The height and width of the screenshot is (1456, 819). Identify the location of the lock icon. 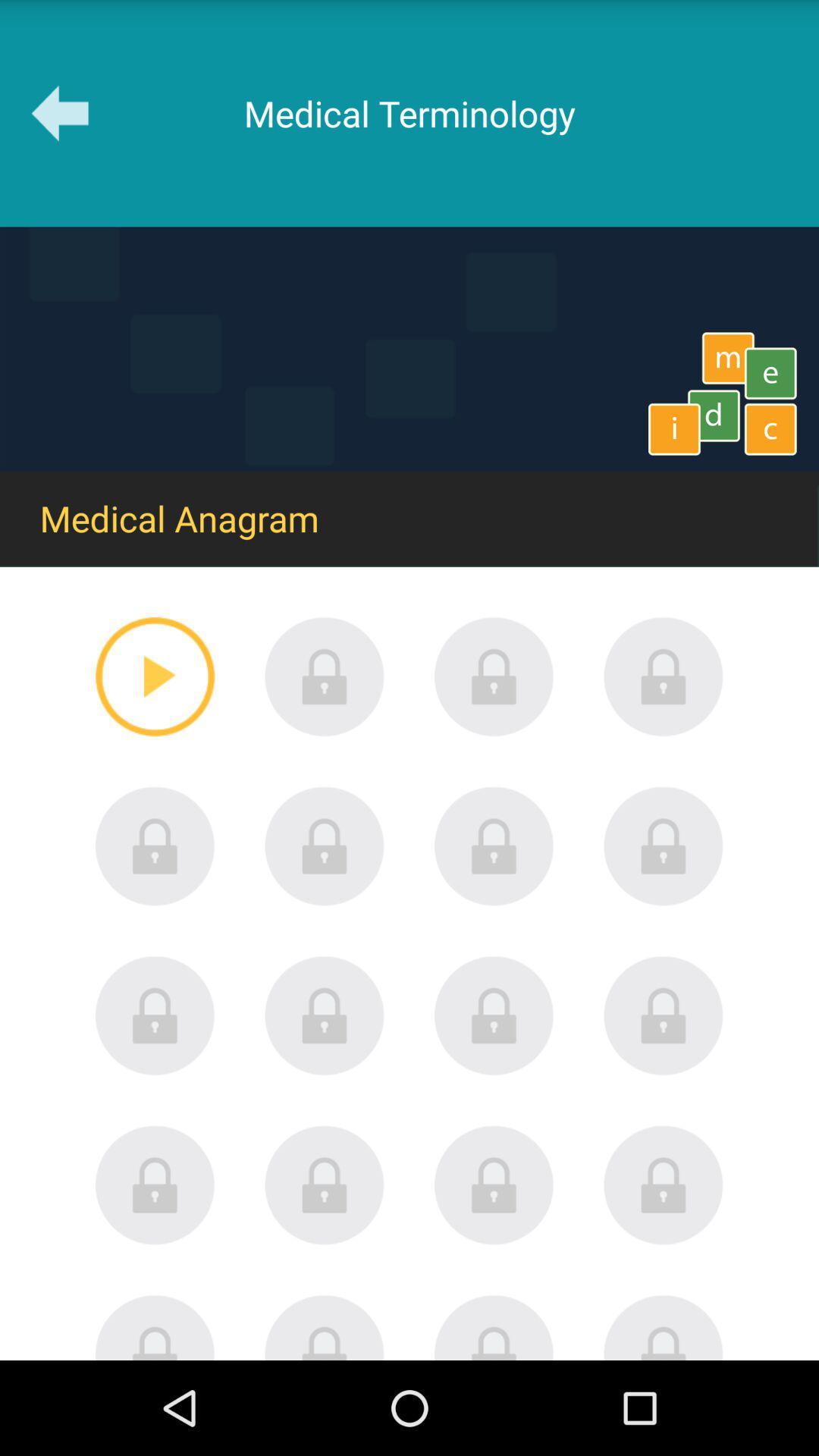
(155, 905).